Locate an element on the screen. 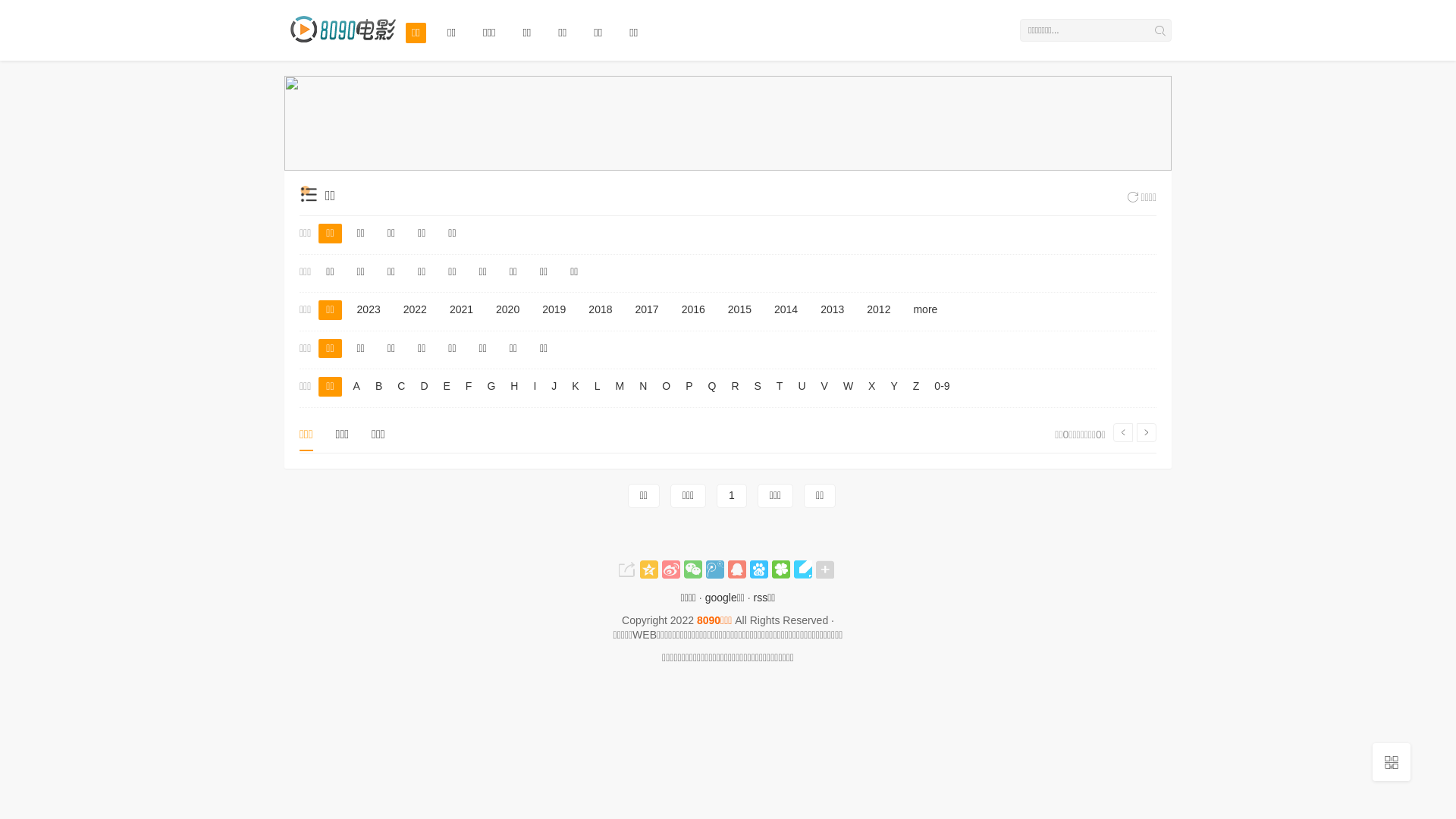 Image resolution: width=1456 pixels, height=819 pixels. '2015' is located at coordinates (739, 309).